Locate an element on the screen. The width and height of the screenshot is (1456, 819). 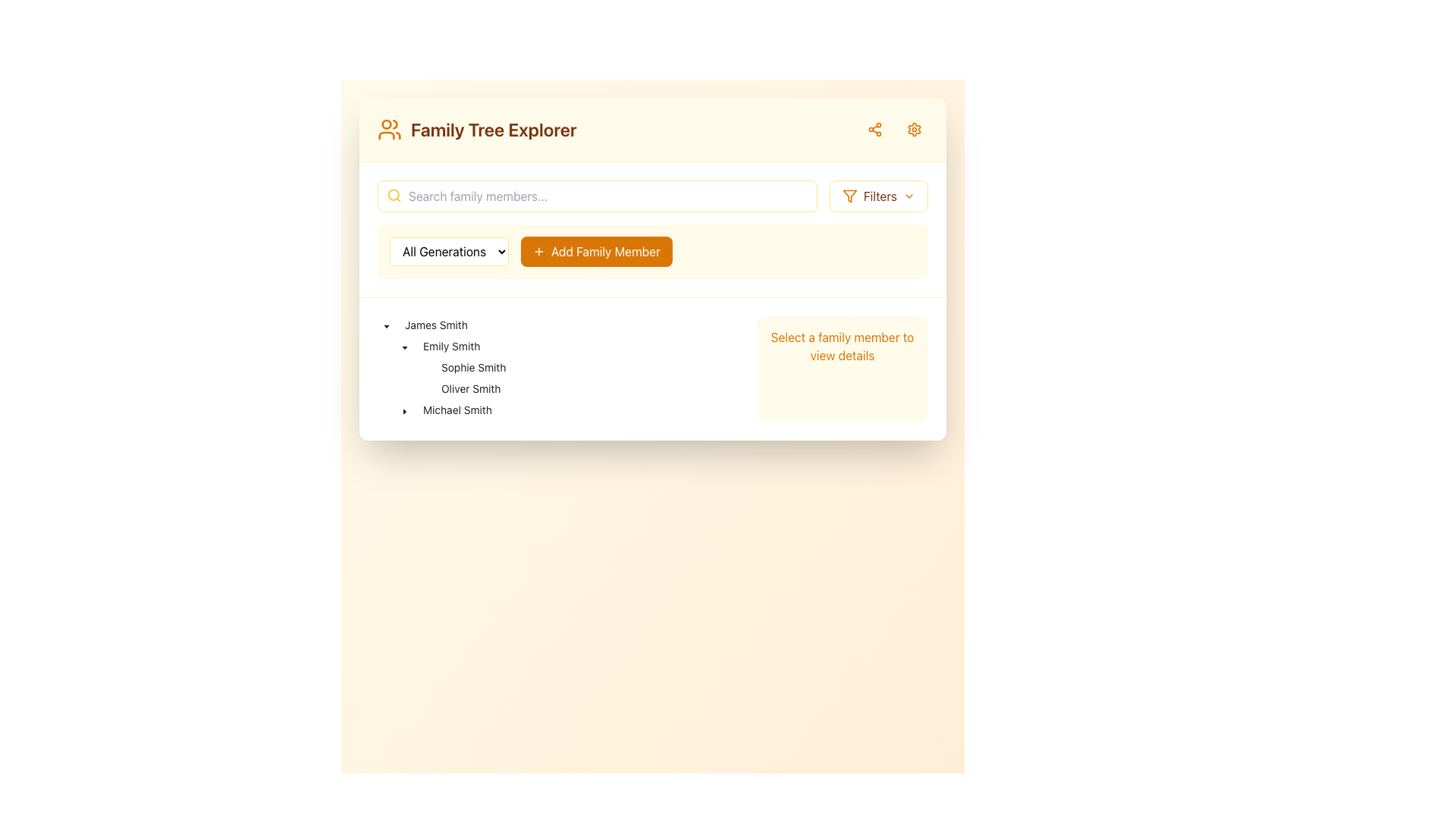
on the Tree item node displaying 'Sophie Smith', the third node under 'Family Tree Explorer' is located at coordinates (444, 368).